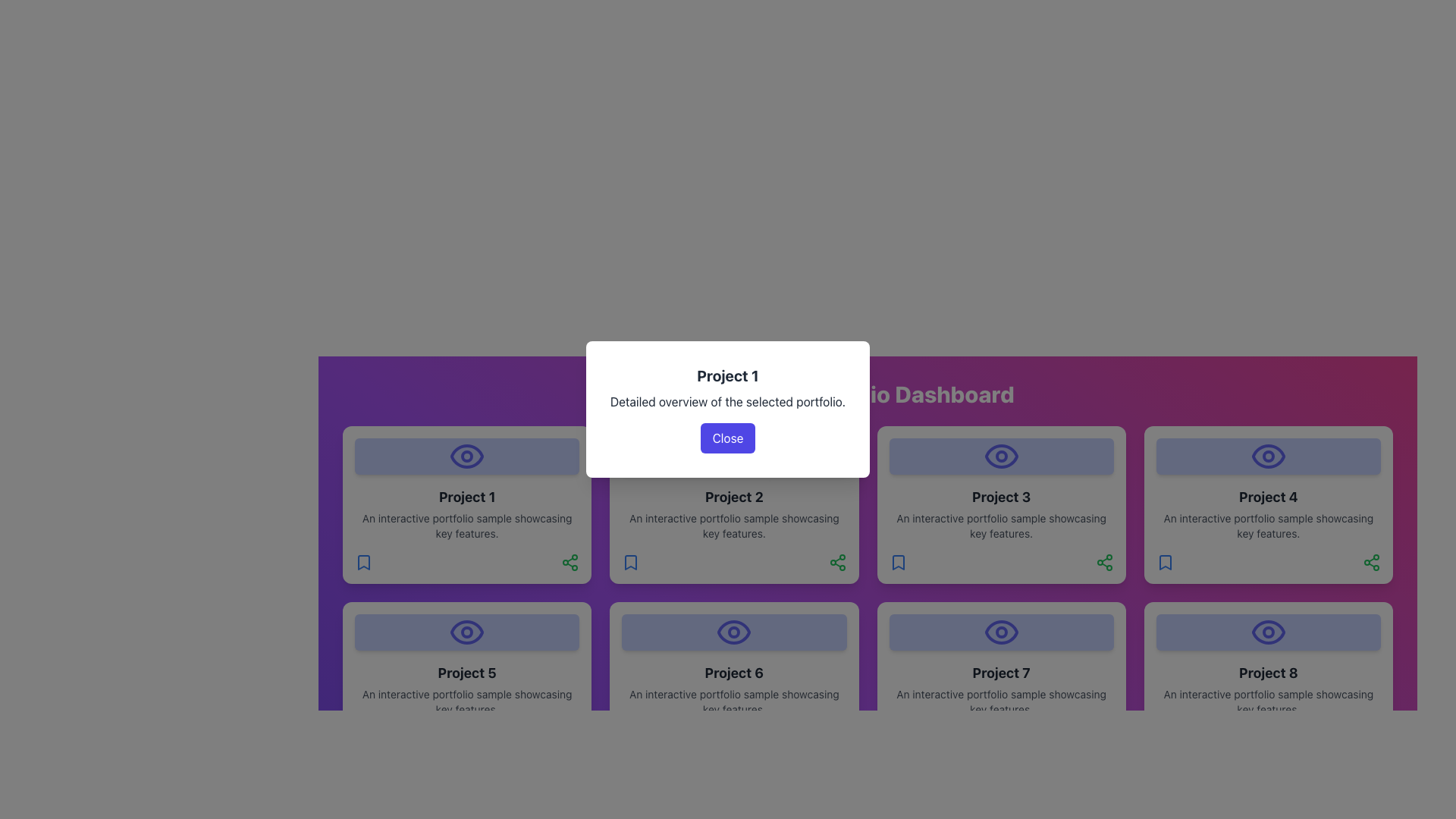 Image resolution: width=1456 pixels, height=819 pixels. What do you see at coordinates (1001, 680) in the screenshot?
I see `the Informational Card that provides an overview of 'Project 7', located in the second row and third column of the grid on the portfolio dashboard` at bounding box center [1001, 680].